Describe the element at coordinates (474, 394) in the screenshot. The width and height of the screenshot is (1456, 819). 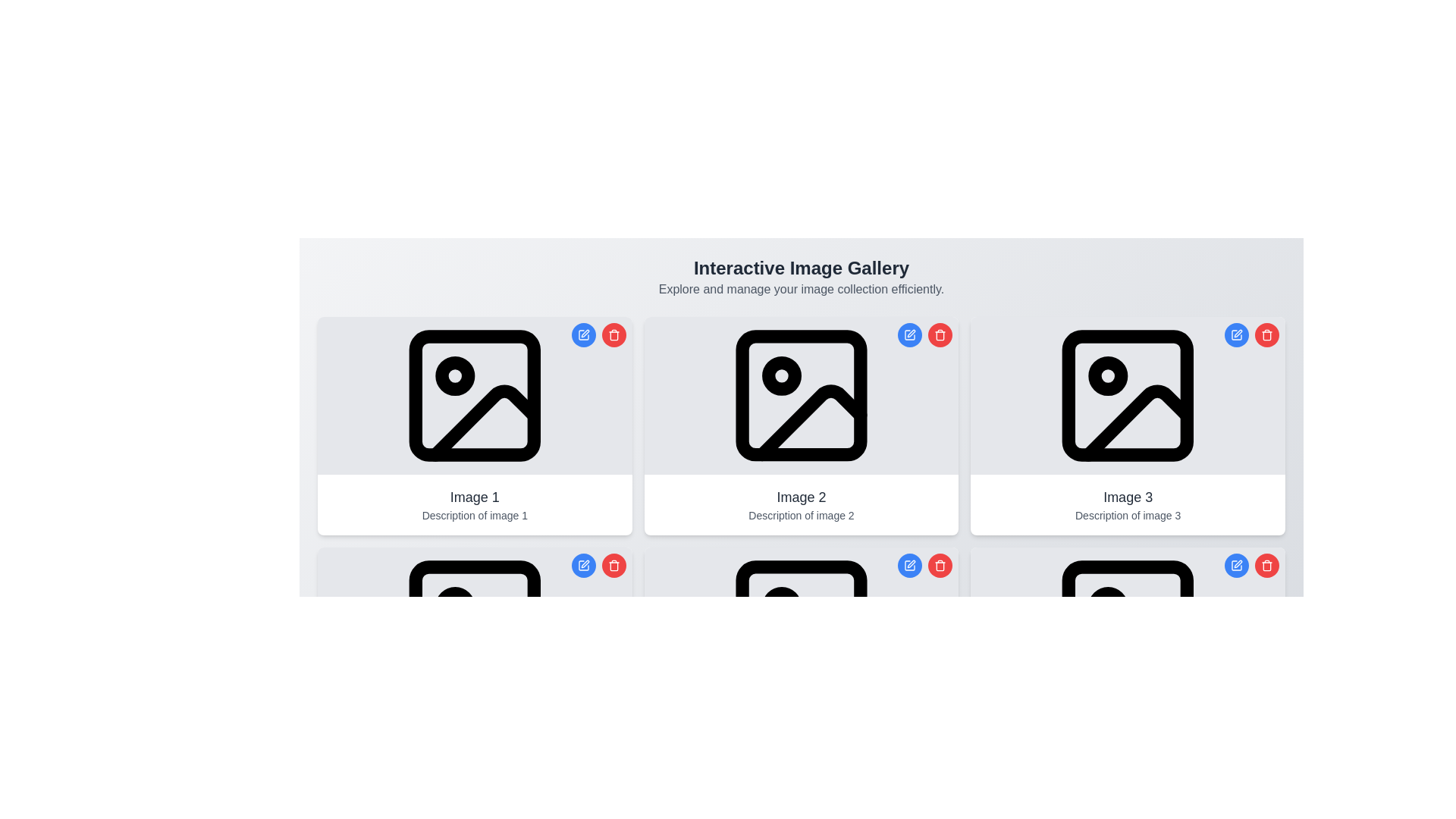
I see `the small rectangle with rounded corners located in the top-left corner of the photo graphic within the 'Image 1' card` at that location.